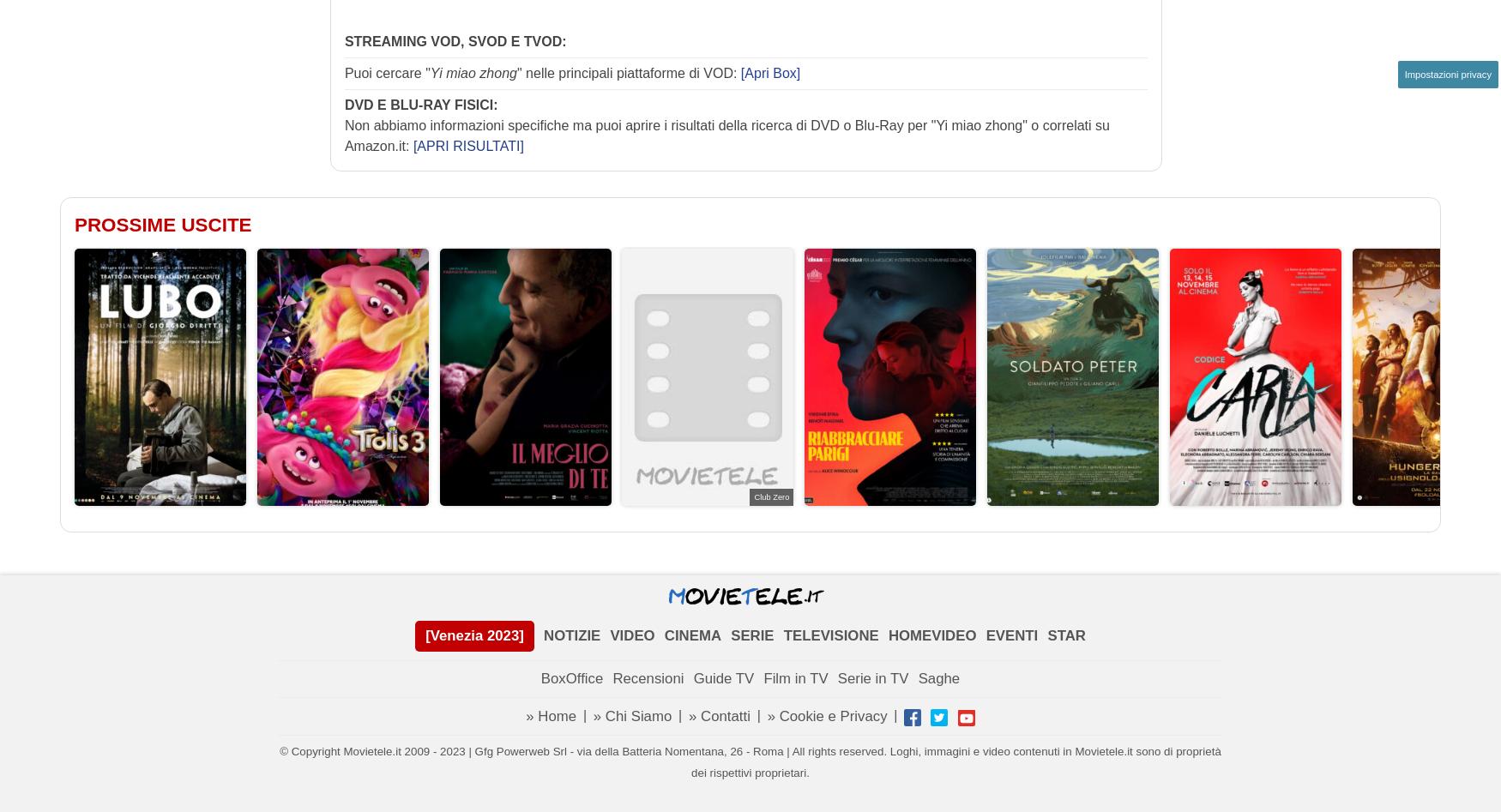 This screenshot has width=1501, height=812. I want to click on 'Recensioni', so click(647, 678).